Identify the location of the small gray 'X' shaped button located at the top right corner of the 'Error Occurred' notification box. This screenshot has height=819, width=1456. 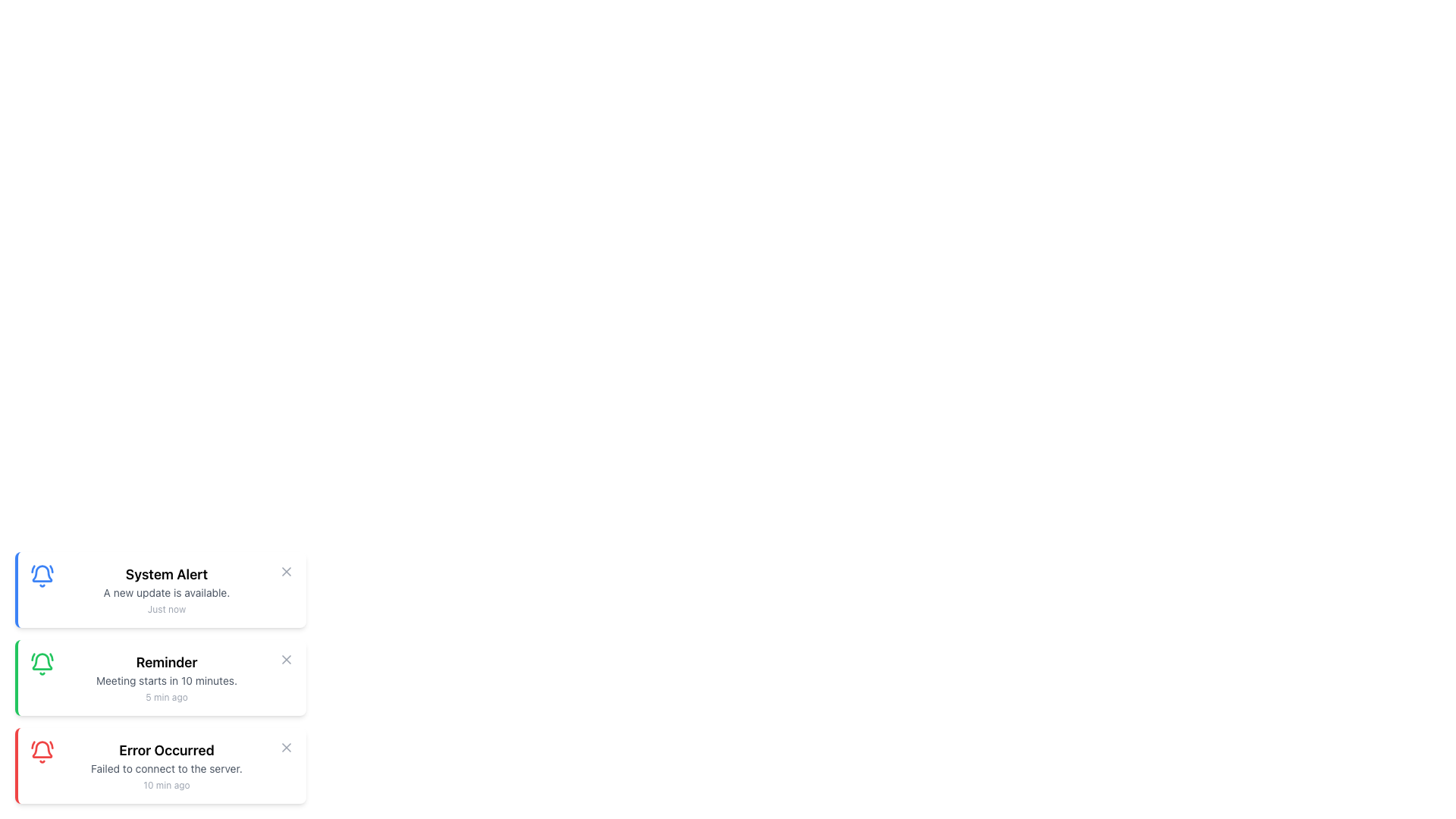
(287, 747).